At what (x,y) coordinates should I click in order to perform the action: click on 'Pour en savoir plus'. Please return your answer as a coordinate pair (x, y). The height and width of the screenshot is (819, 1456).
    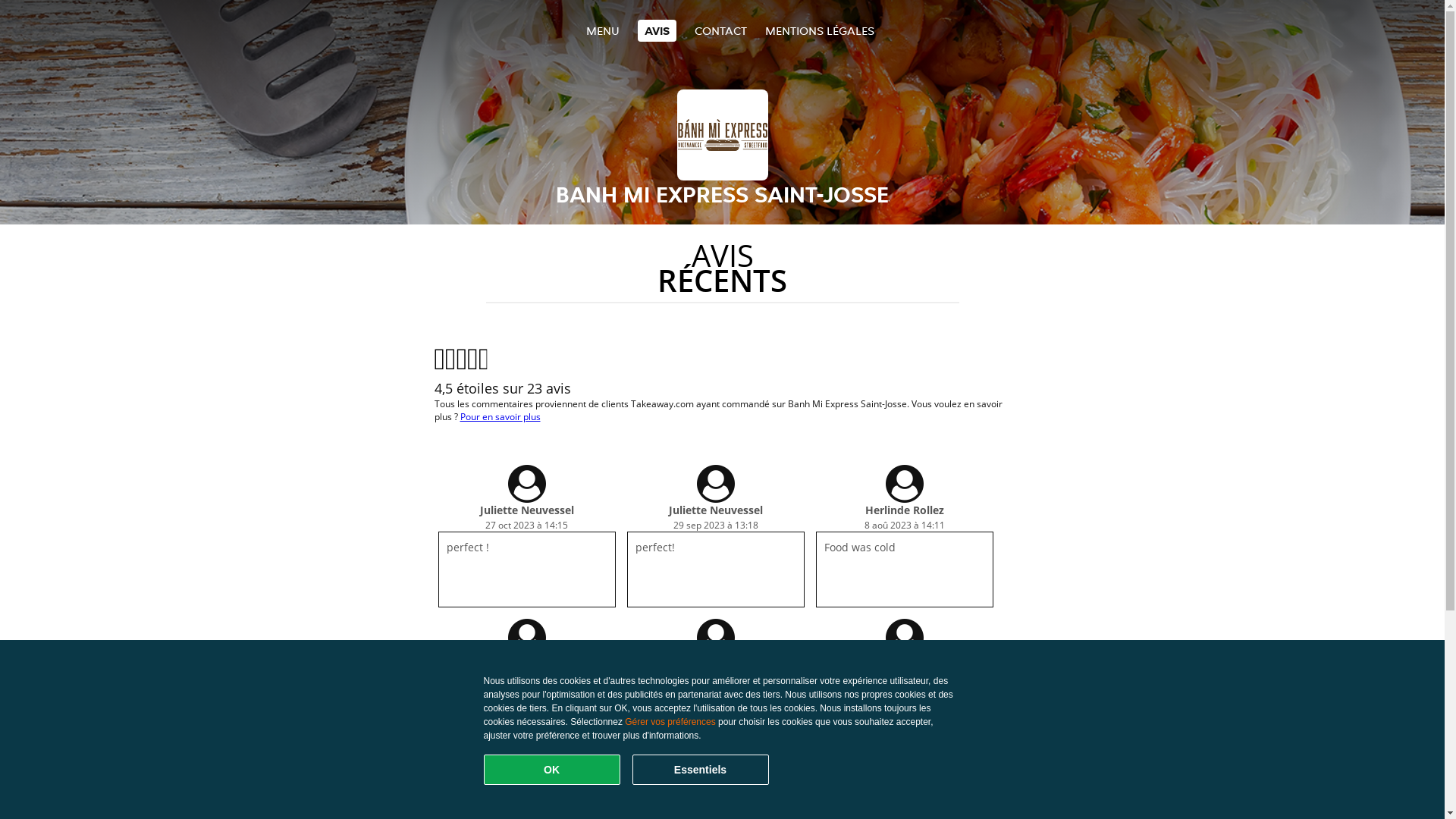
    Looking at the image, I should click on (499, 416).